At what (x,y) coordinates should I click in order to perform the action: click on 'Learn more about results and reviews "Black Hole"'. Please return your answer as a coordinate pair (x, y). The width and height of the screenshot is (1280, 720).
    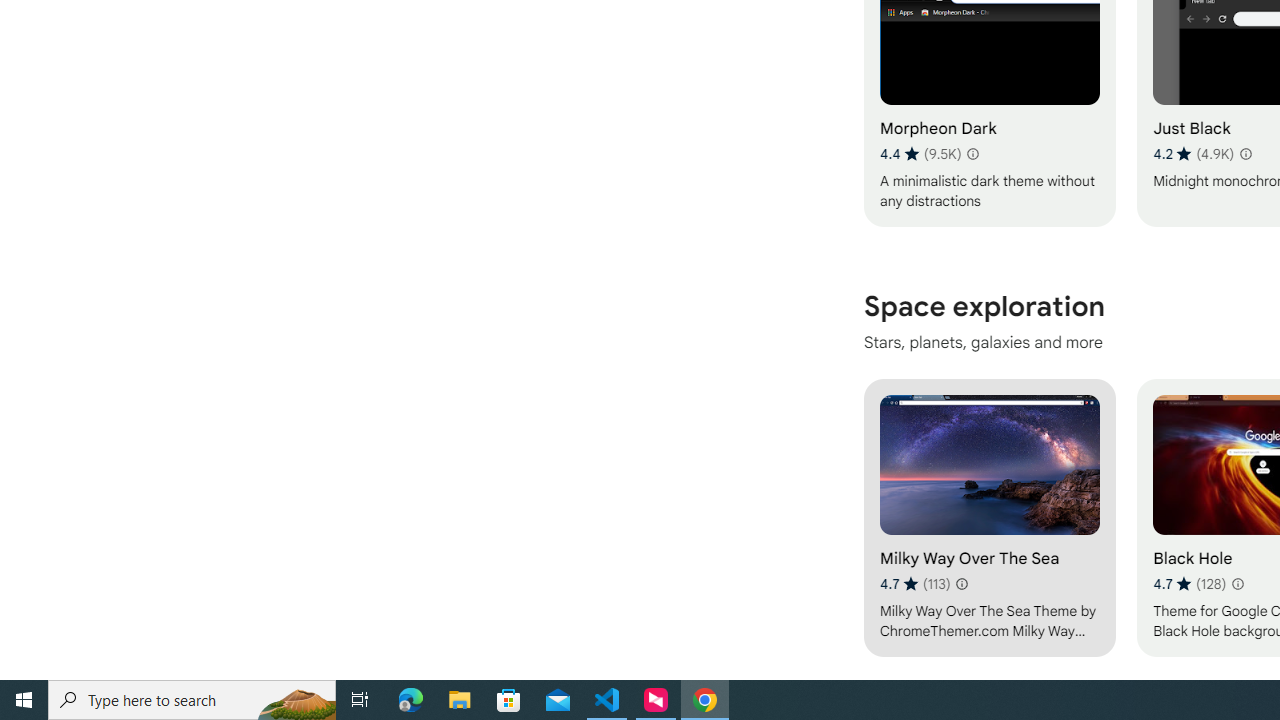
    Looking at the image, I should click on (1236, 583).